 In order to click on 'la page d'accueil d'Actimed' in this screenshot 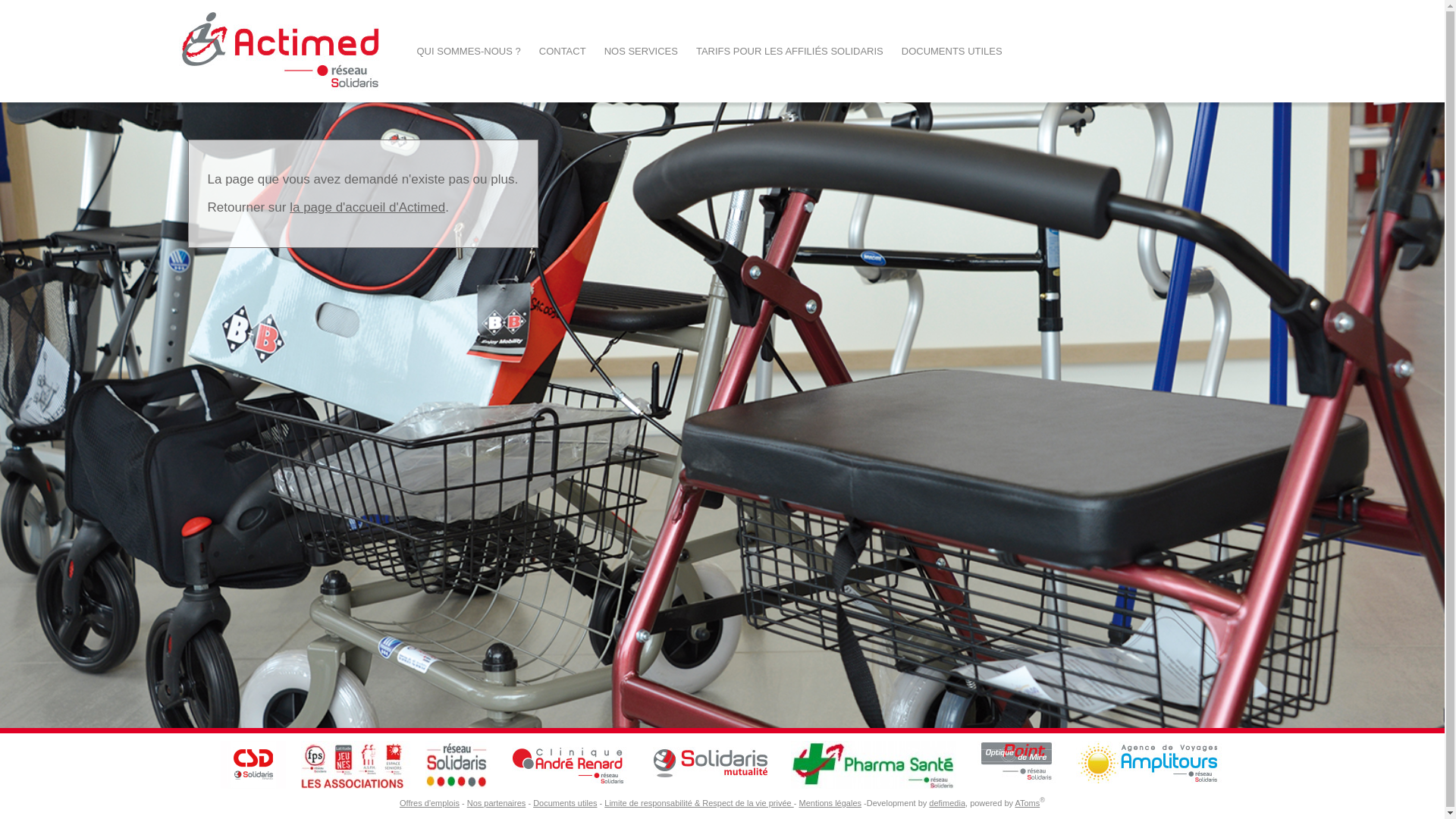, I will do `click(367, 207)`.